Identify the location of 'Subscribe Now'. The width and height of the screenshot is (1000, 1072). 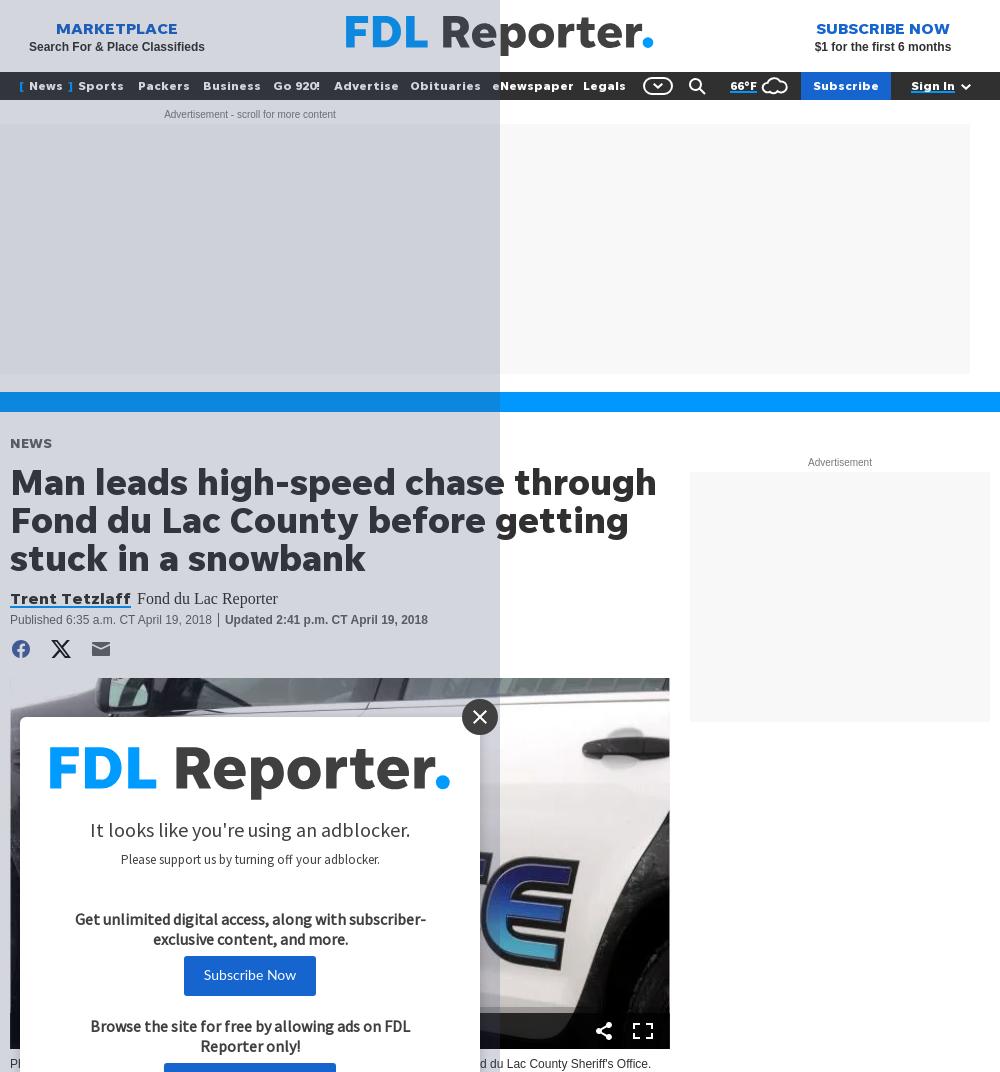
(248, 973).